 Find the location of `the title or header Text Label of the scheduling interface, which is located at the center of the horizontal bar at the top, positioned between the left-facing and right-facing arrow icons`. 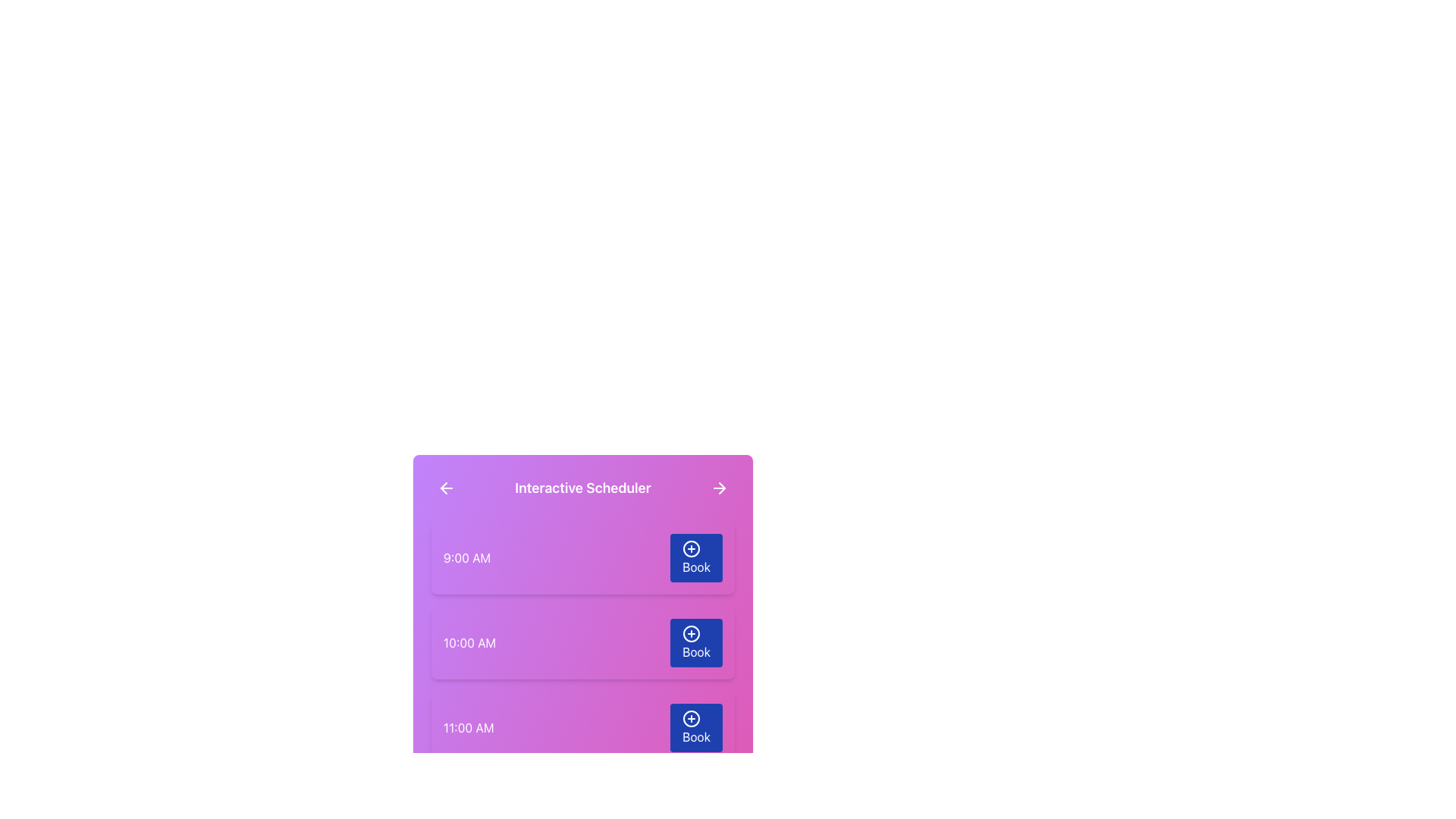

the title or header Text Label of the scheduling interface, which is located at the center of the horizontal bar at the top, positioned between the left-facing and right-facing arrow icons is located at coordinates (582, 488).